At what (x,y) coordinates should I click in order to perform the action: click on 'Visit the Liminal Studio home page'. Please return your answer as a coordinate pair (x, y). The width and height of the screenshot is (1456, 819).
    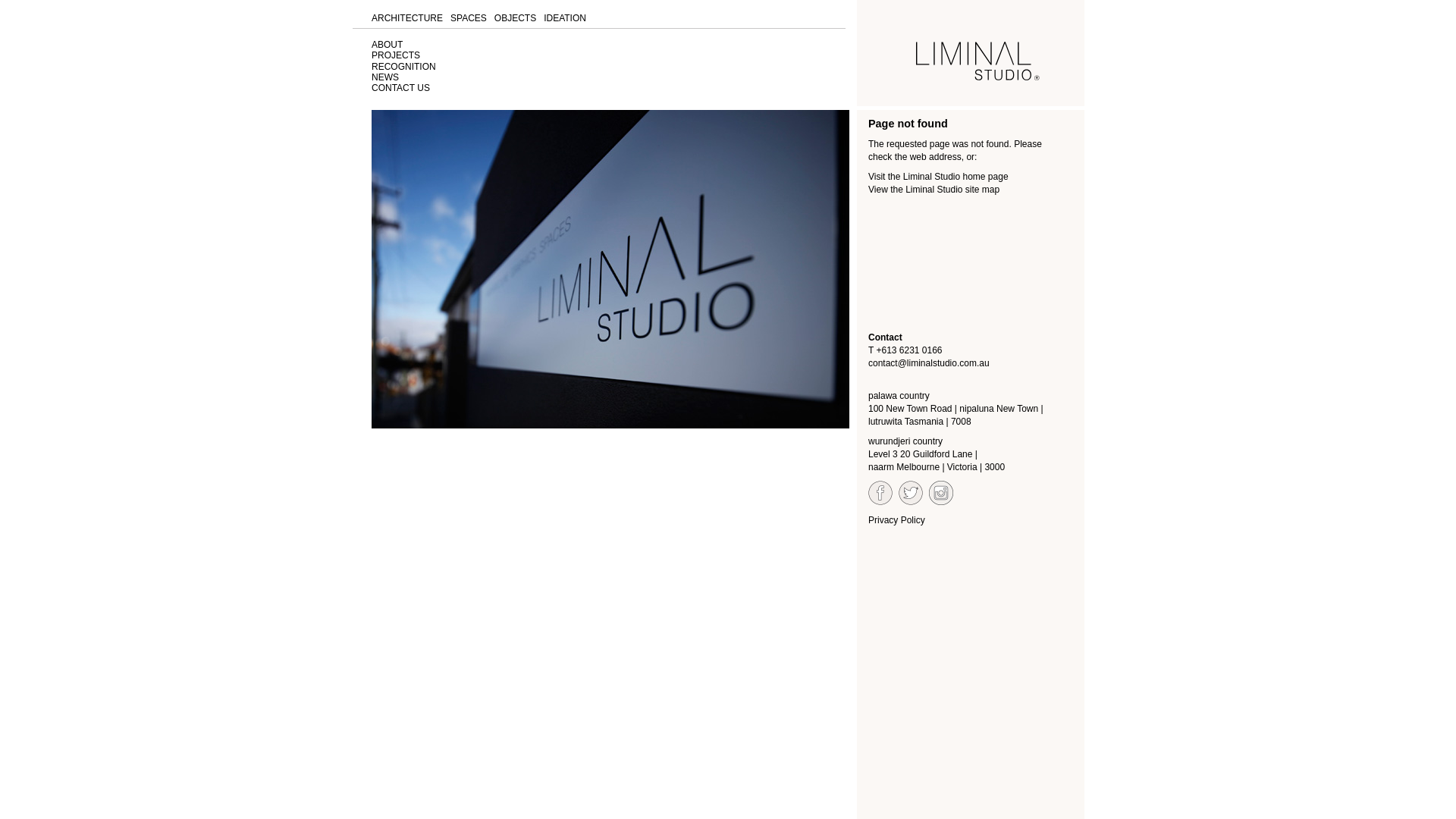
    Looking at the image, I should click on (937, 175).